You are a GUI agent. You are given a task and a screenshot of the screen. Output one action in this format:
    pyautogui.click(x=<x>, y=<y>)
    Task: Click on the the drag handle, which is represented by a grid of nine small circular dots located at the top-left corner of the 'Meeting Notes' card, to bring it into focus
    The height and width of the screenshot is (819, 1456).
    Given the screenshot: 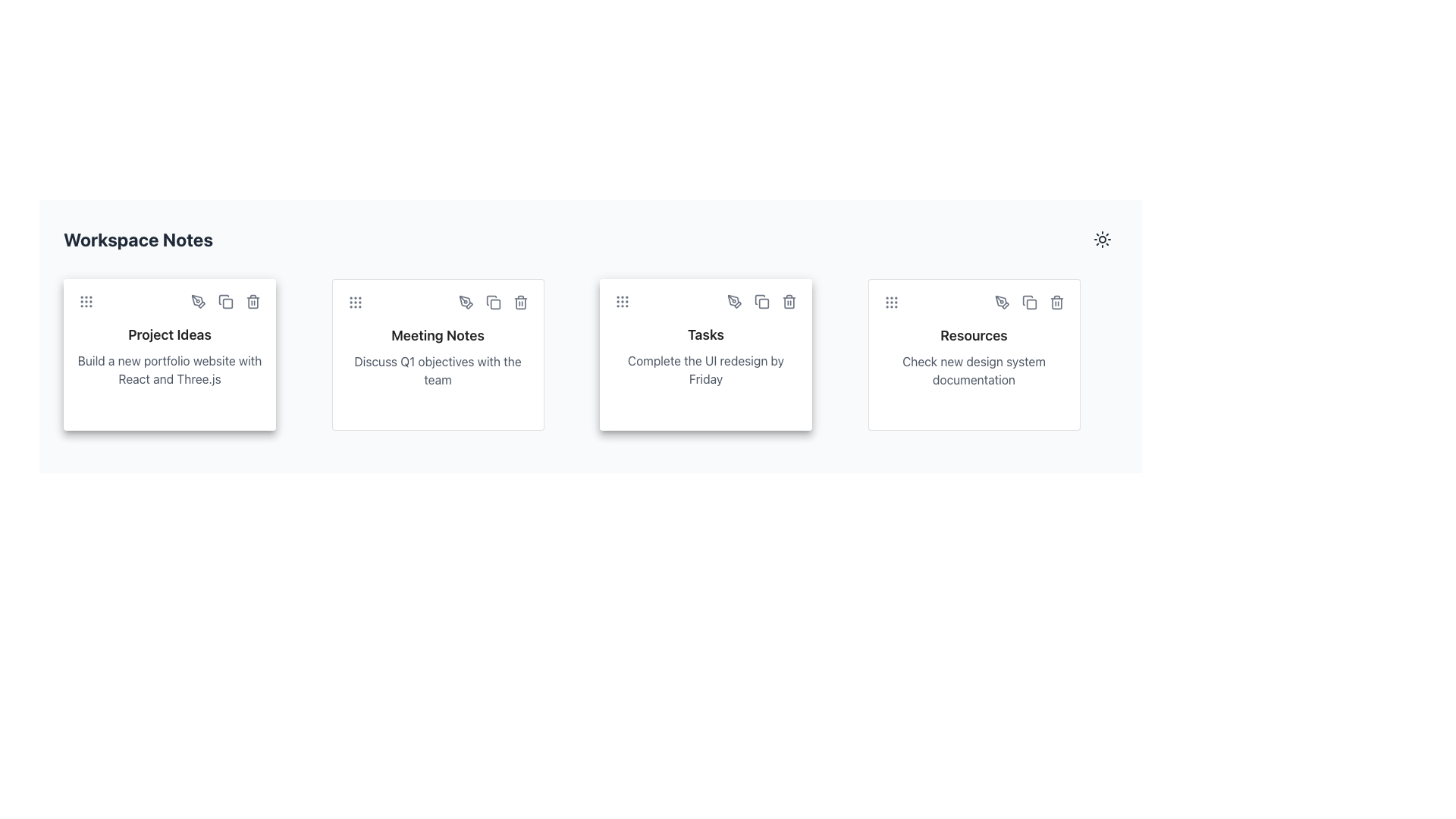 What is the action you would take?
    pyautogui.click(x=354, y=302)
    